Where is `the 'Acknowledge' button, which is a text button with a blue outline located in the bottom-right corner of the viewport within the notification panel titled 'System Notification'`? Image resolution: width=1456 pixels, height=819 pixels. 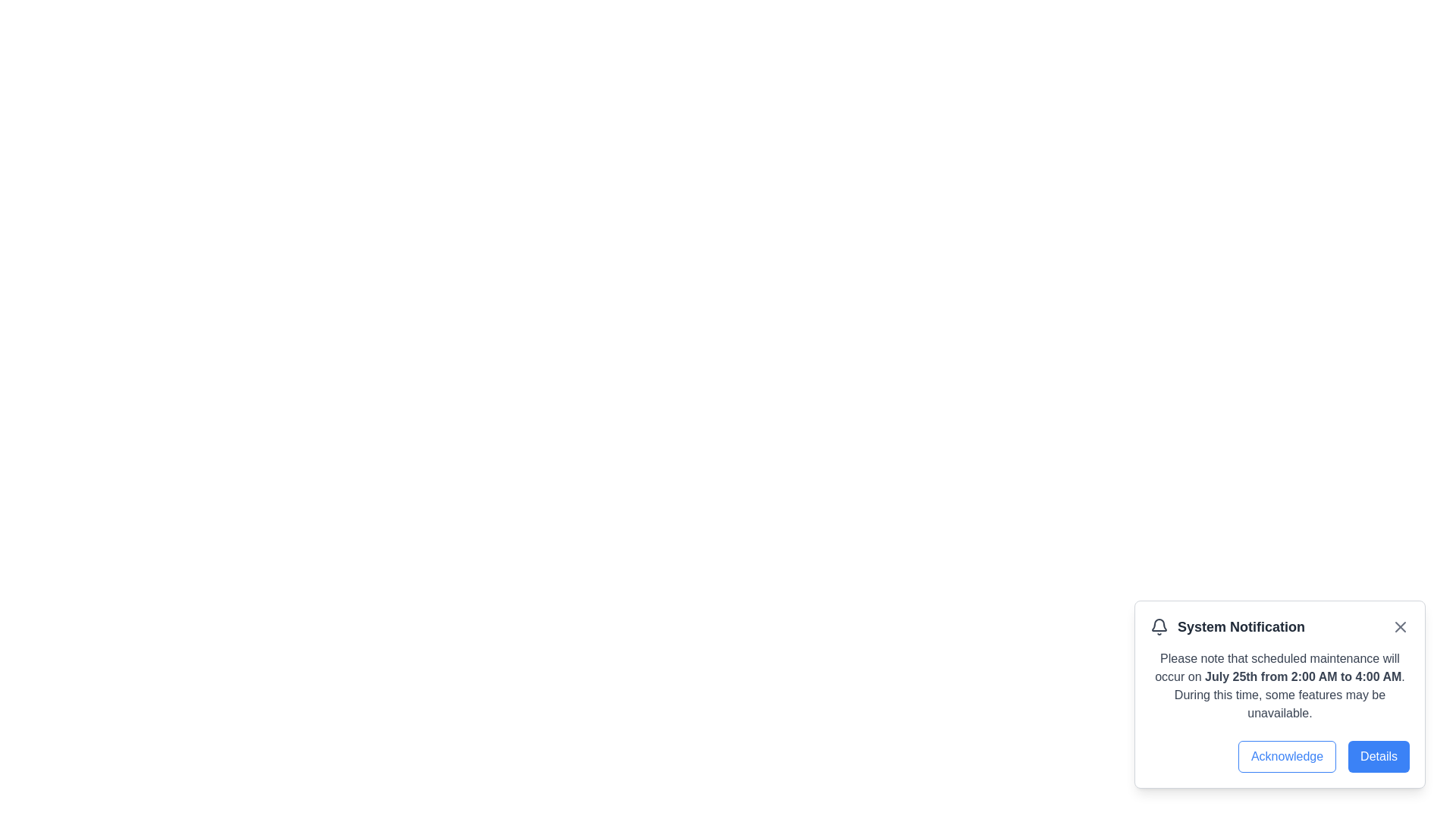
the 'Acknowledge' button, which is a text button with a blue outline located in the bottom-right corner of the viewport within the notification panel titled 'System Notification' is located at coordinates (1279, 757).